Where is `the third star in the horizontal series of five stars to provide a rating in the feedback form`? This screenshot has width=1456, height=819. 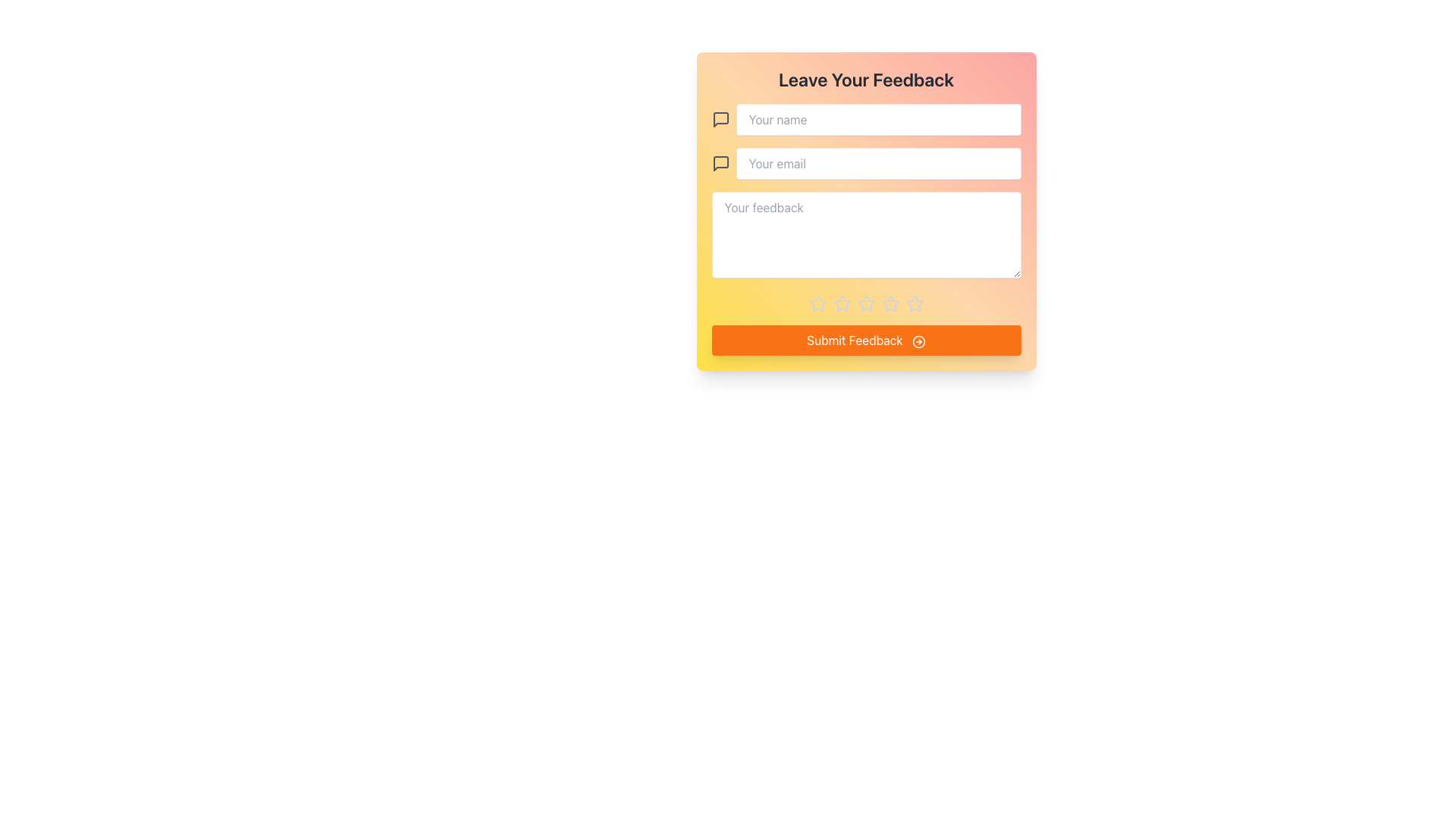 the third star in the horizontal series of five stars to provide a rating in the feedback form is located at coordinates (841, 304).